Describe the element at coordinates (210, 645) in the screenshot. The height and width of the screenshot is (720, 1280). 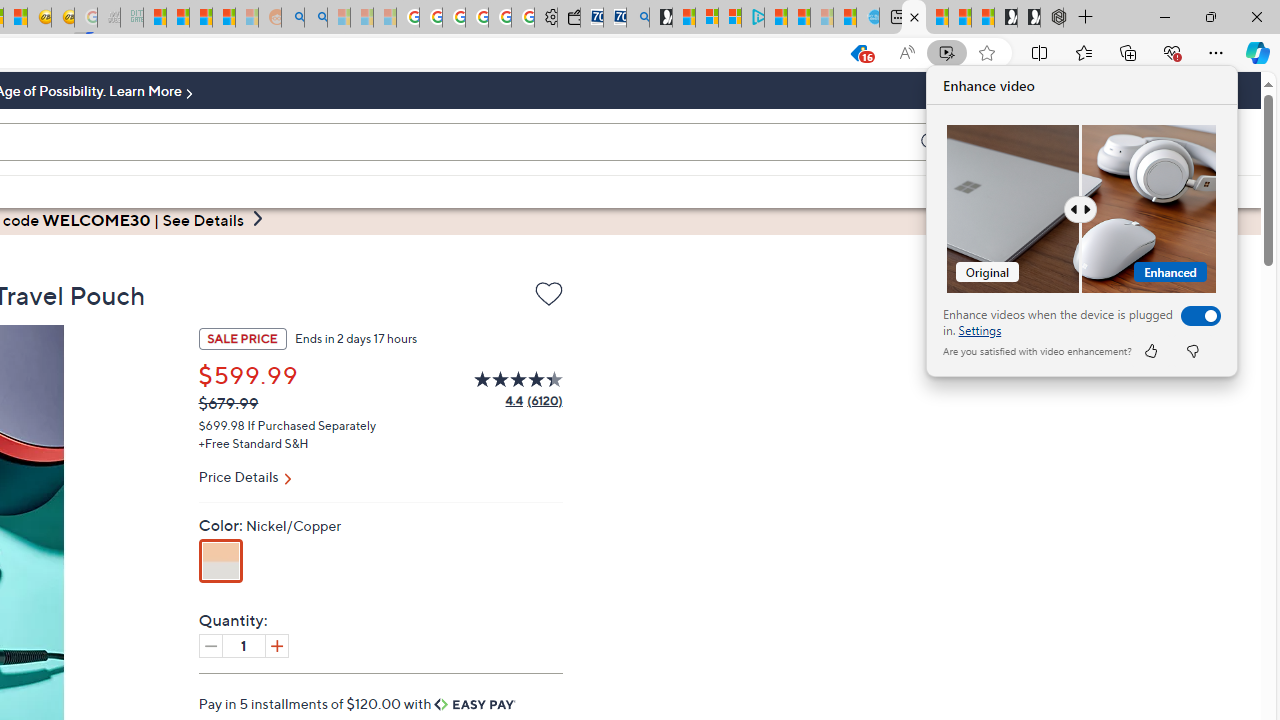
I see `'Decrease quantity by 1'` at that location.